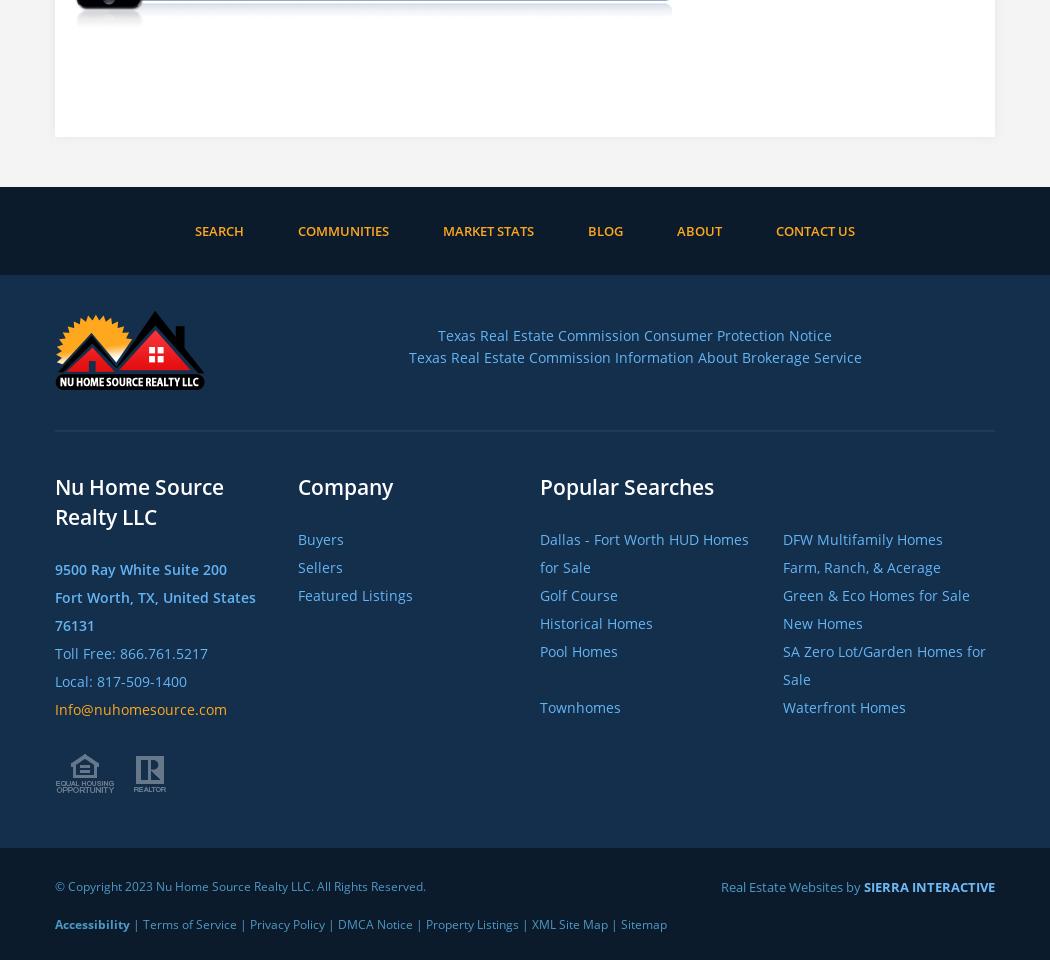 Image resolution: width=1050 pixels, height=960 pixels. I want to click on 'Waterfront Homes', so click(843, 707).